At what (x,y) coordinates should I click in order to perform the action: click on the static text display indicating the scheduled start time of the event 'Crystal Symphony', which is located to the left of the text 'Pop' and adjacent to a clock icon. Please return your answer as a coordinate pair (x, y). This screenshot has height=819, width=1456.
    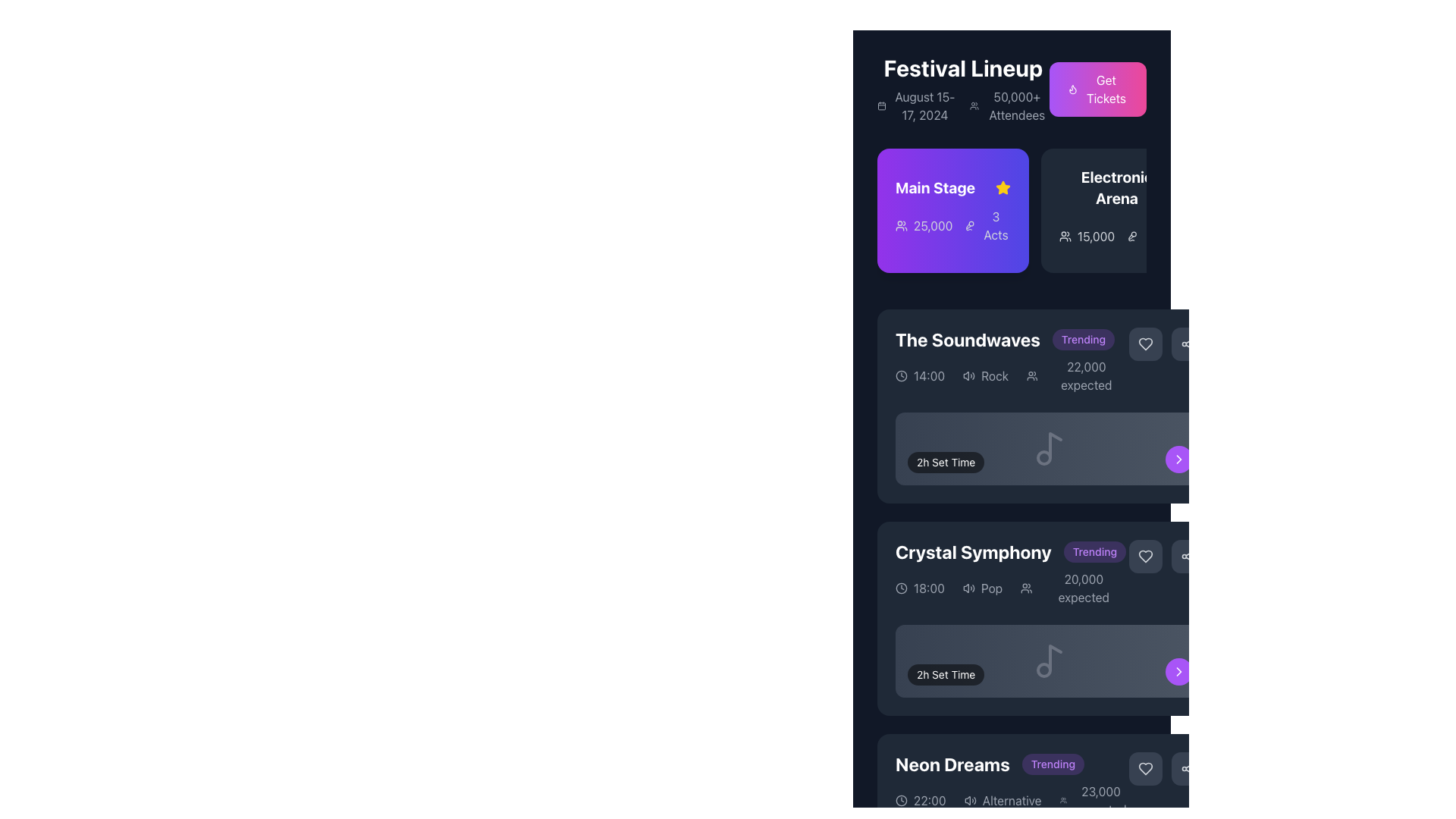
    Looking at the image, I should click on (928, 587).